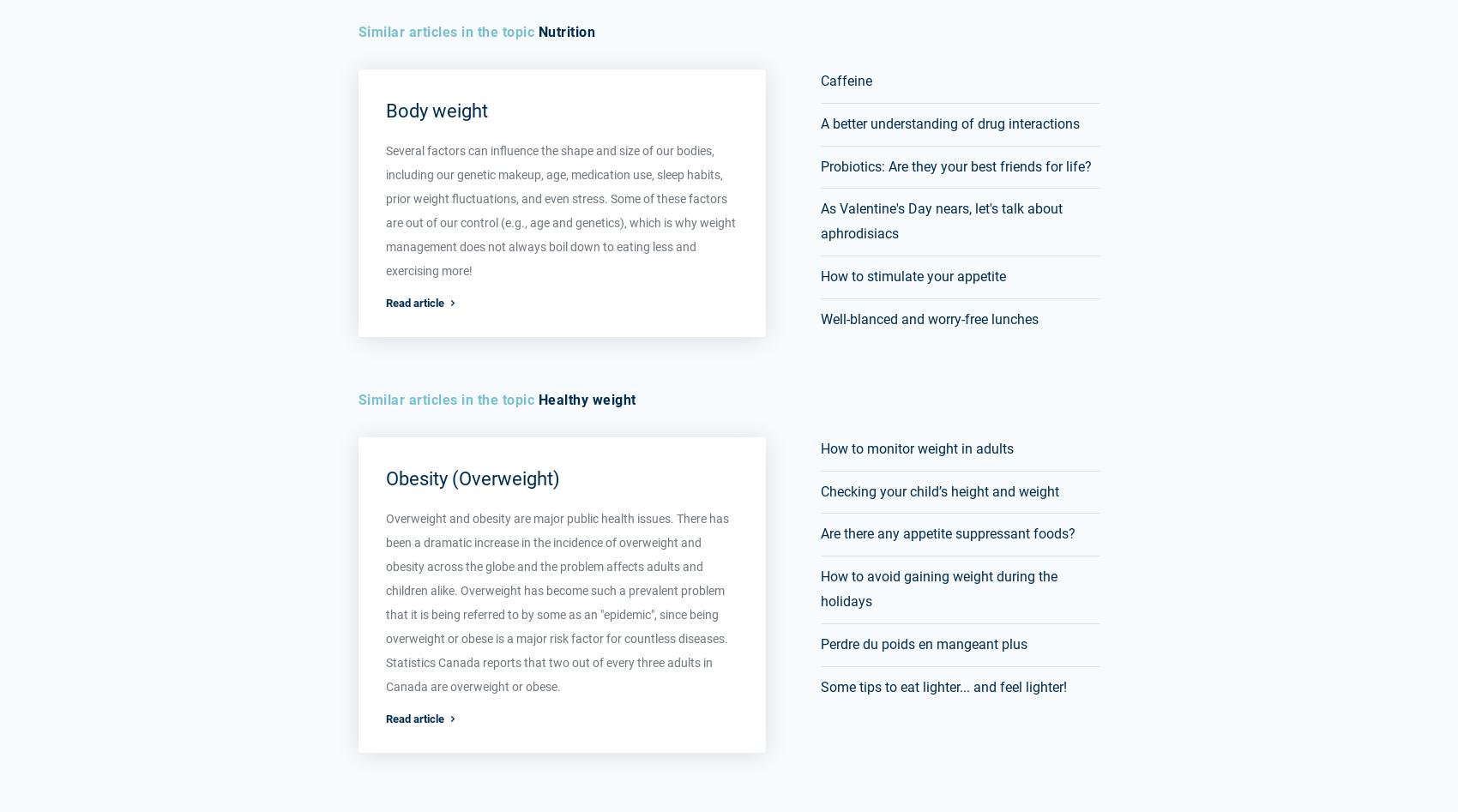 This screenshot has width=1458, height=812. Describe the element at coordinates (947, 533) in the screenshot. I see `'Are there any appetite suppressant foods?'` at that location.